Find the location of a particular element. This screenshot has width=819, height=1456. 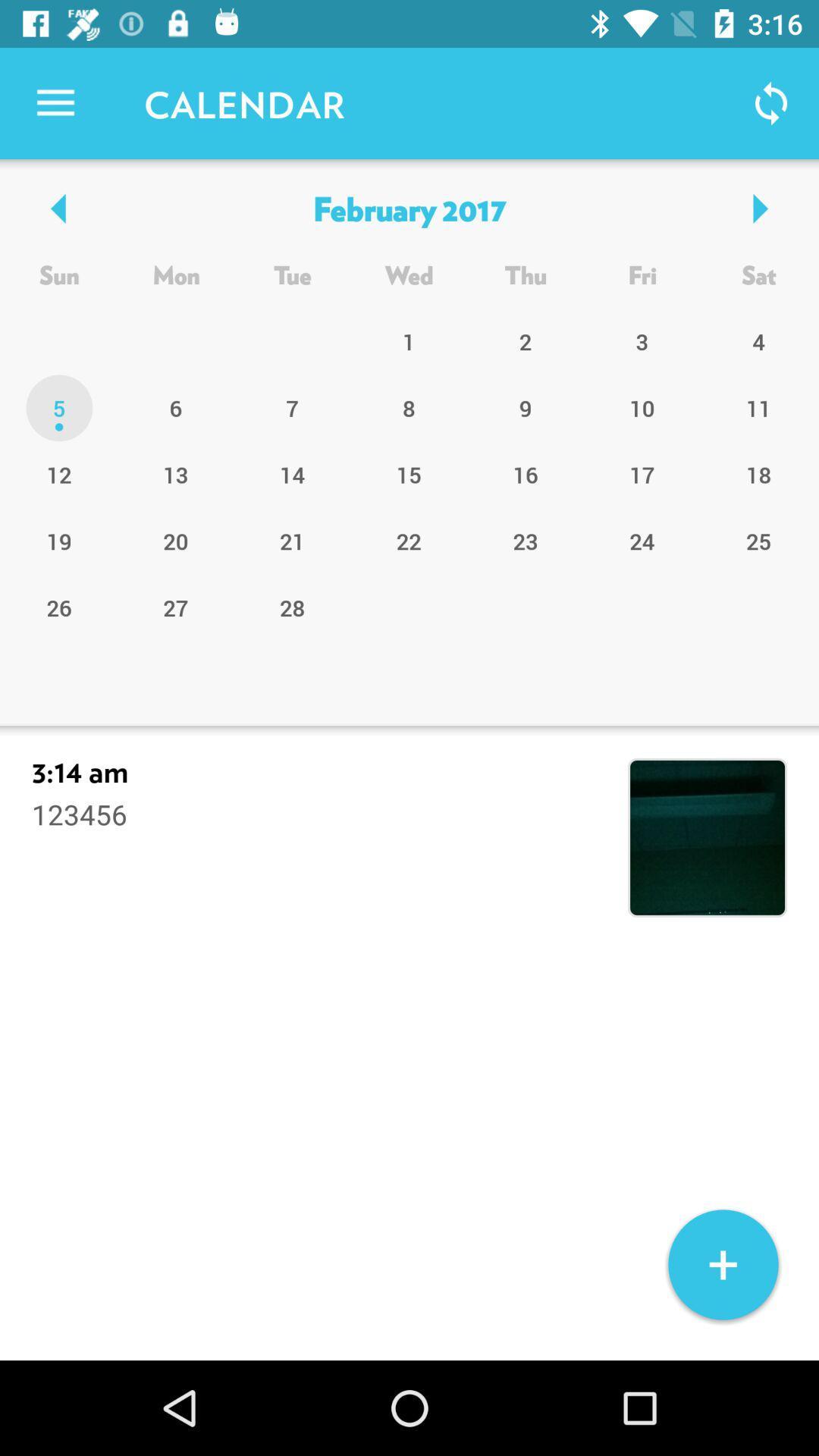

item above the 26 icon is located at coordinates (175, 541).